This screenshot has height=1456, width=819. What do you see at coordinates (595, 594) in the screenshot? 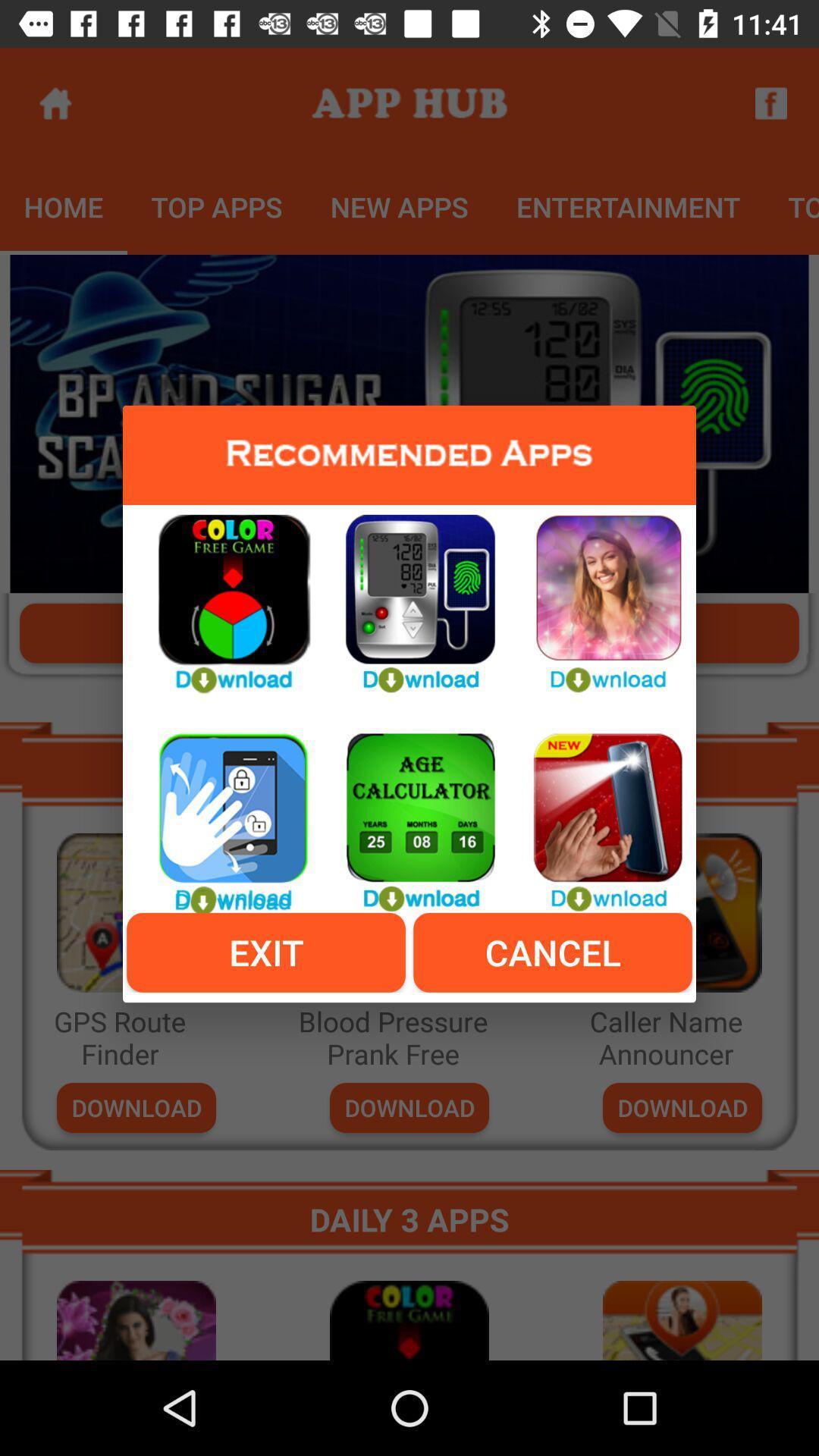
I see `thre app` at bounding box center [595, 594].